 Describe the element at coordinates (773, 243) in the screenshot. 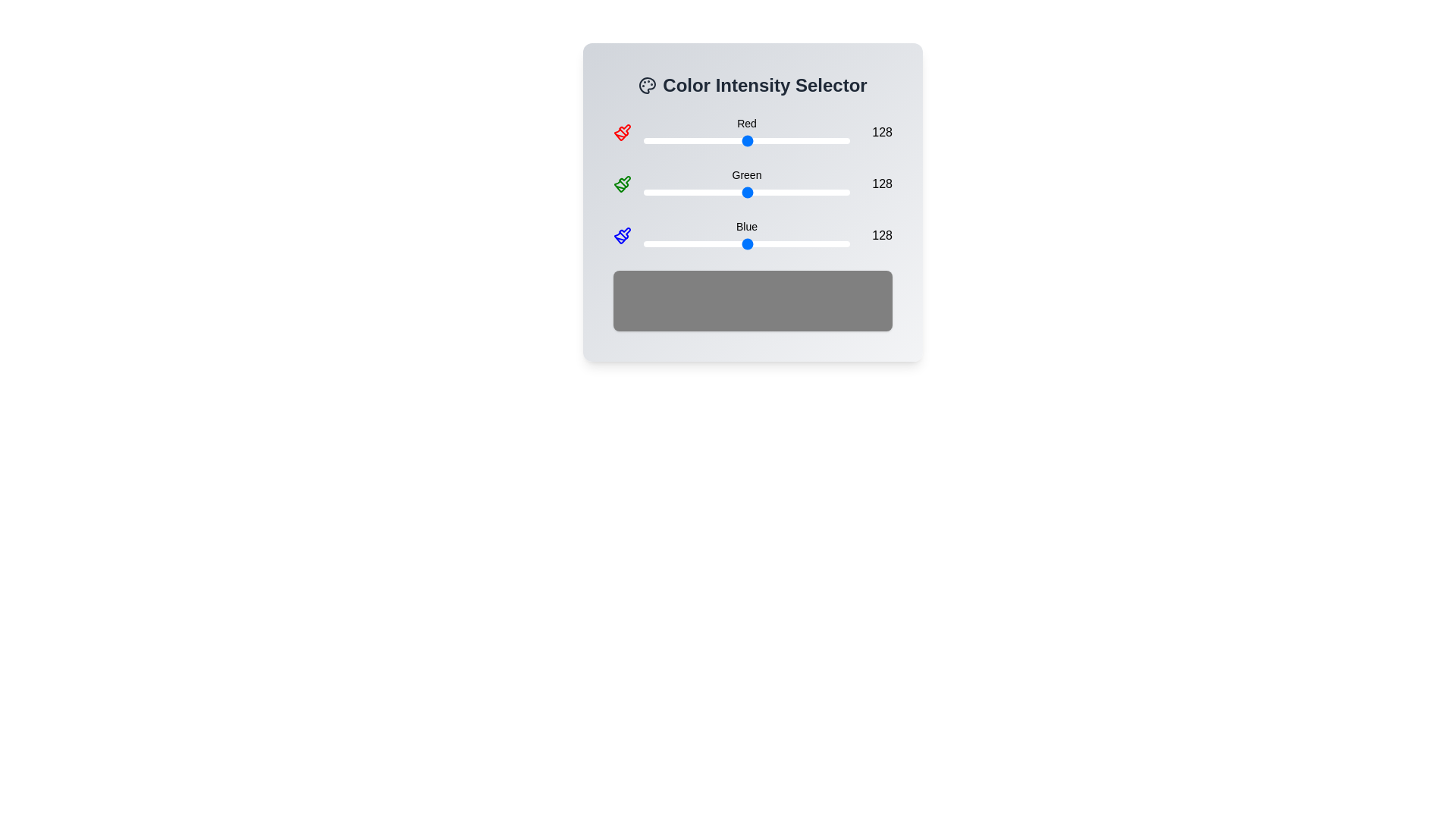

I see `the blue color intensity` at that location.